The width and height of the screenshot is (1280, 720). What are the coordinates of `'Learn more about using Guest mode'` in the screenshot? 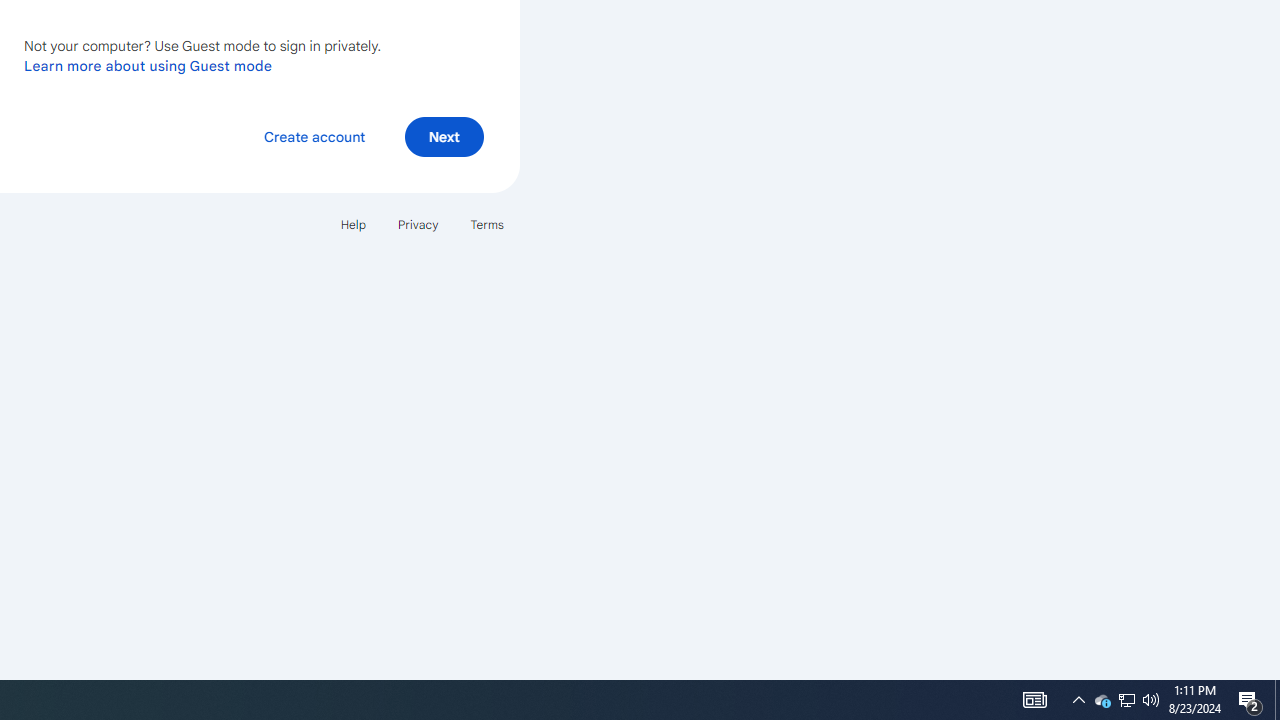 It's located at (147, 64).